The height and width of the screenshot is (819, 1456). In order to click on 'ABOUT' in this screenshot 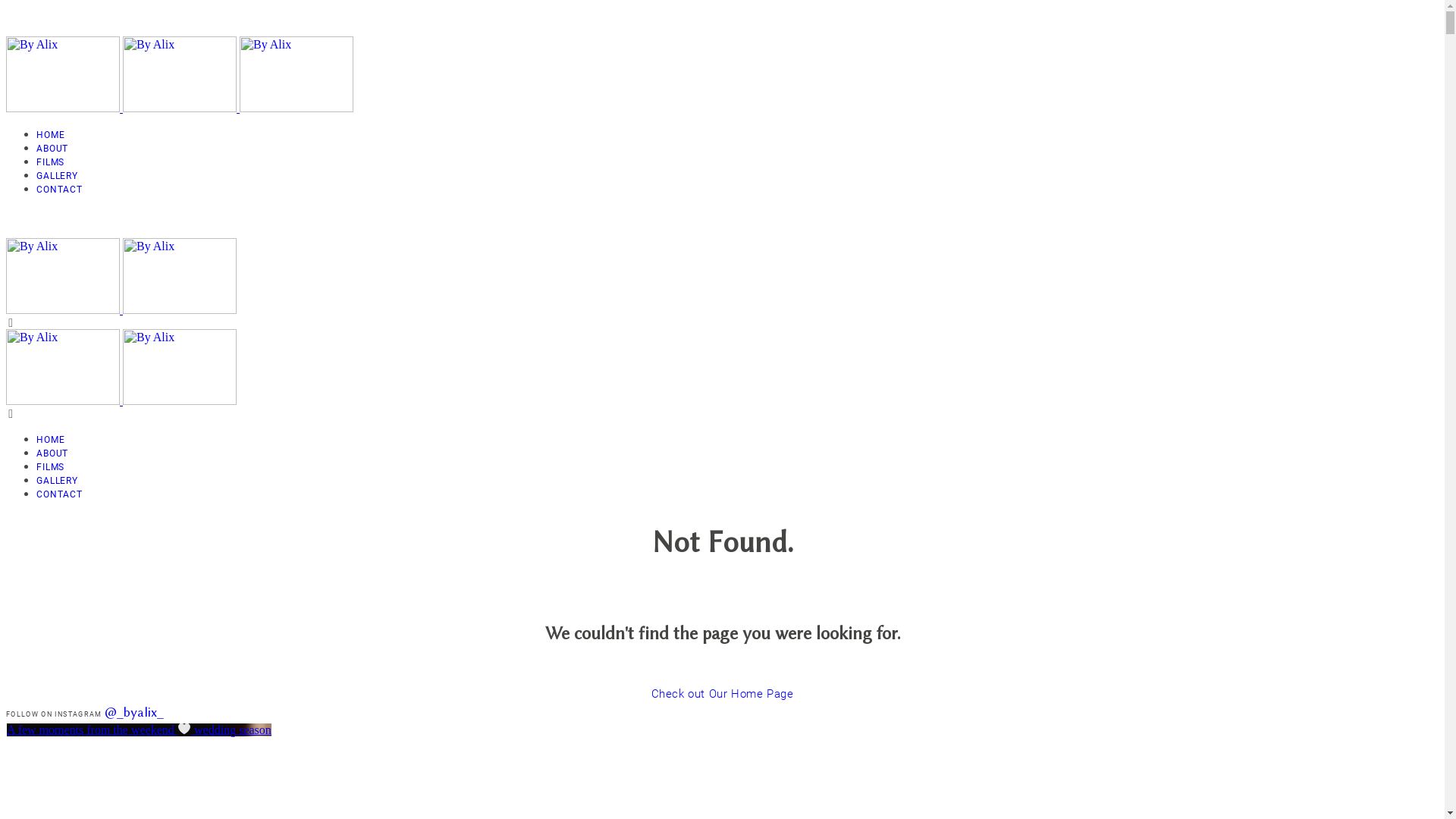, I will do `click(52, 149)`.